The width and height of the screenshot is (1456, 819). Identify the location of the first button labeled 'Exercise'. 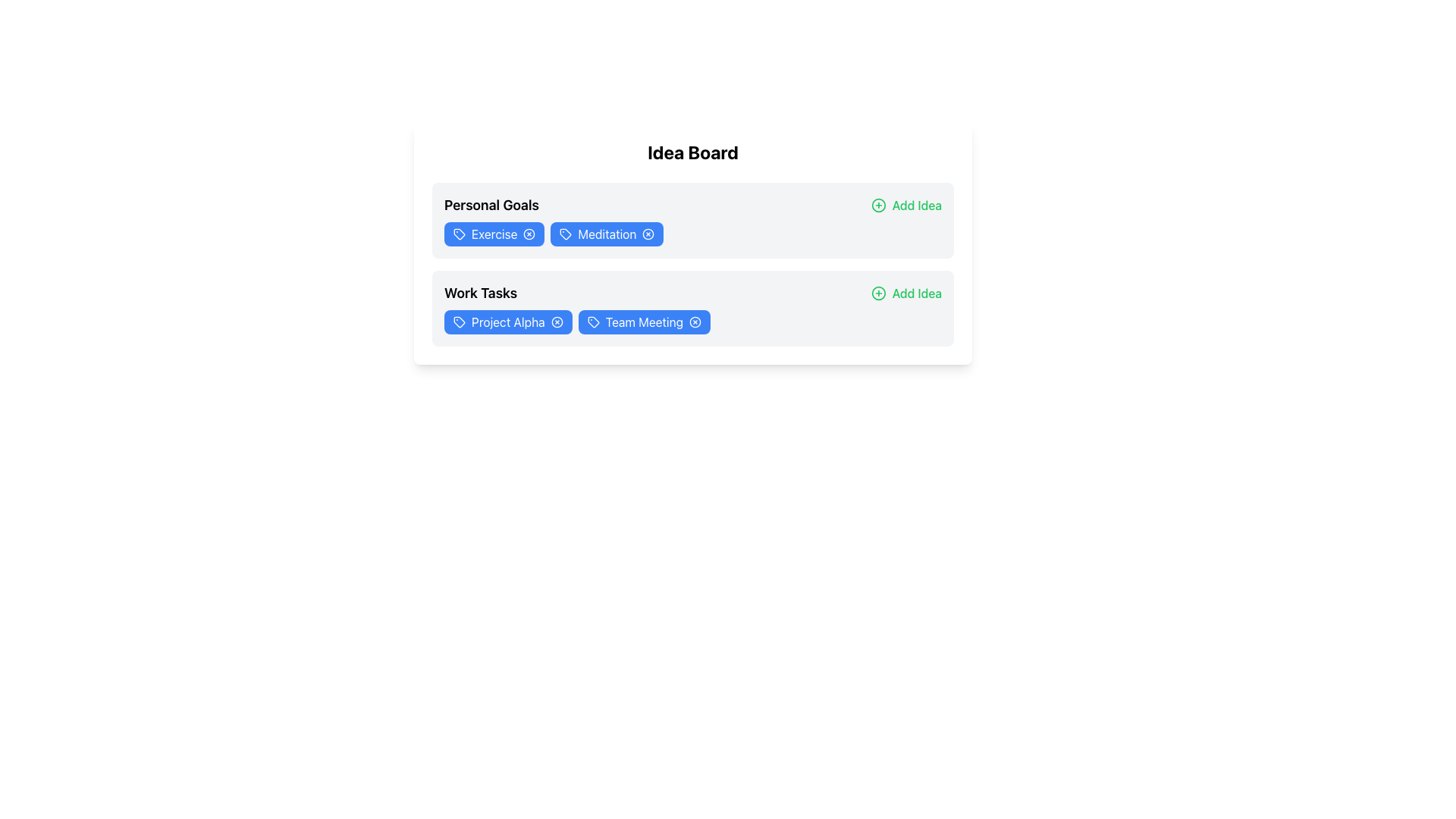
(494, 234).